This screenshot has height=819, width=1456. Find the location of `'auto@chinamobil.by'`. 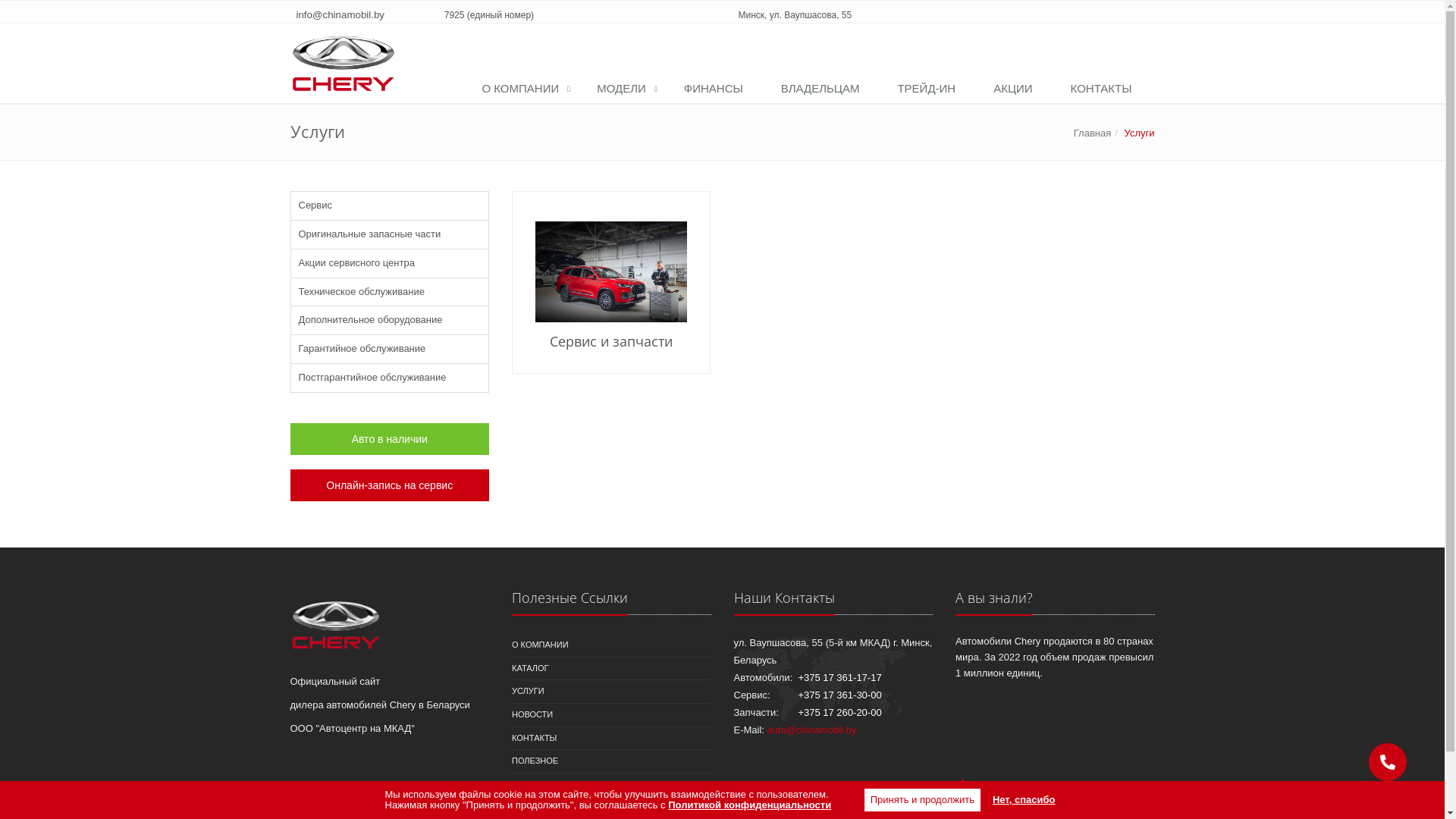

'auto@chinamobil.by' is located at coordinates (767, 729).